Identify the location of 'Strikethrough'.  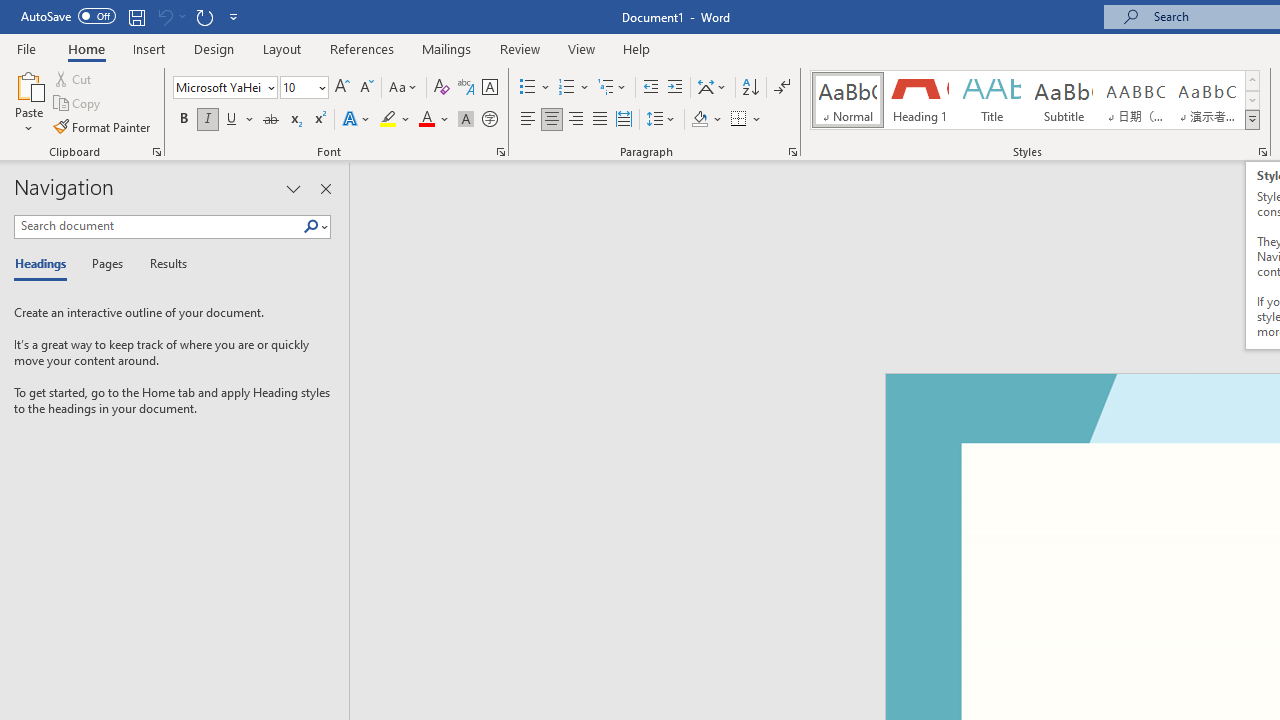
(269, 119).